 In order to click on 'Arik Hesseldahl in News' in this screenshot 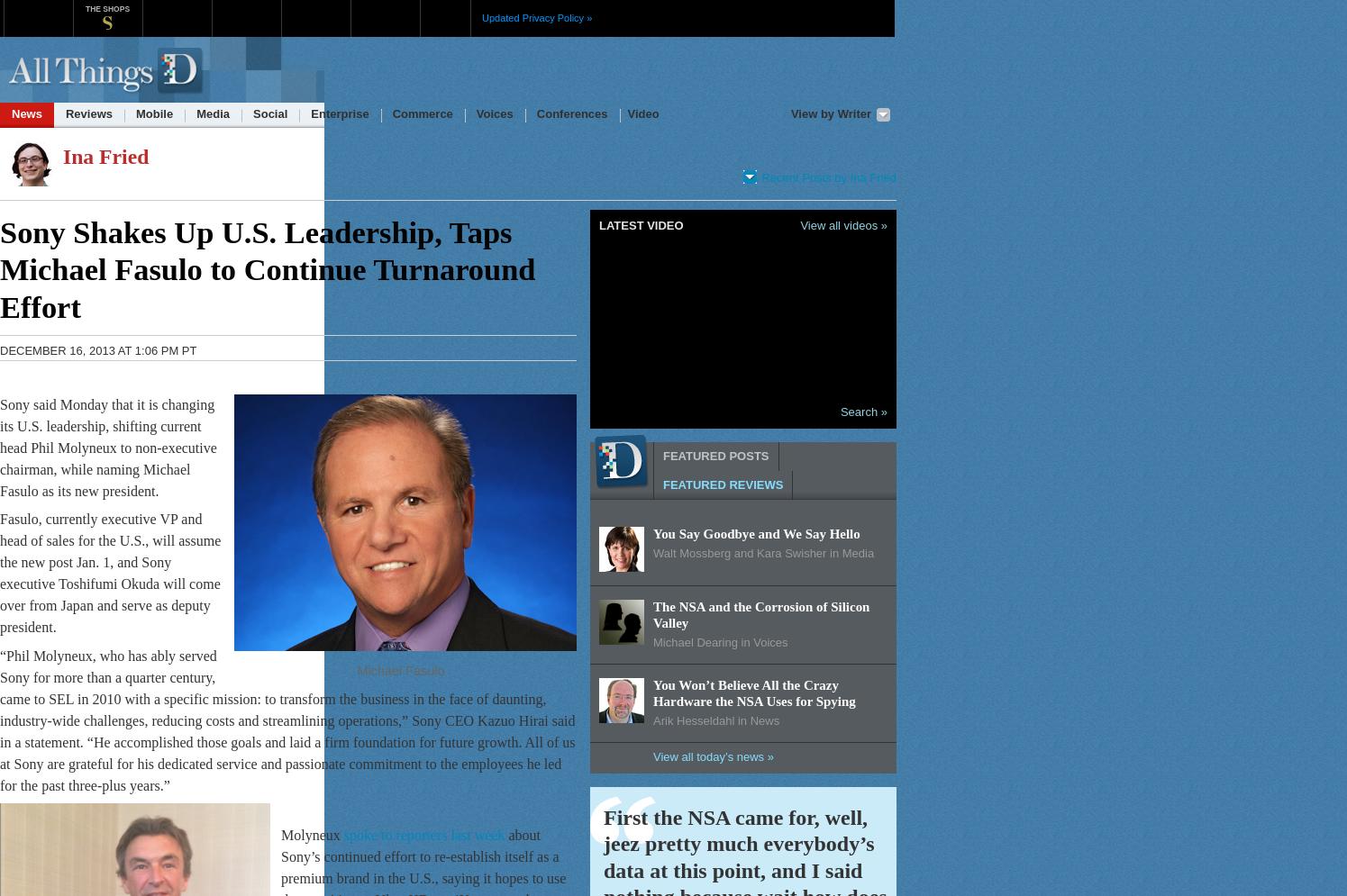, I will do `click(716, 720)`.